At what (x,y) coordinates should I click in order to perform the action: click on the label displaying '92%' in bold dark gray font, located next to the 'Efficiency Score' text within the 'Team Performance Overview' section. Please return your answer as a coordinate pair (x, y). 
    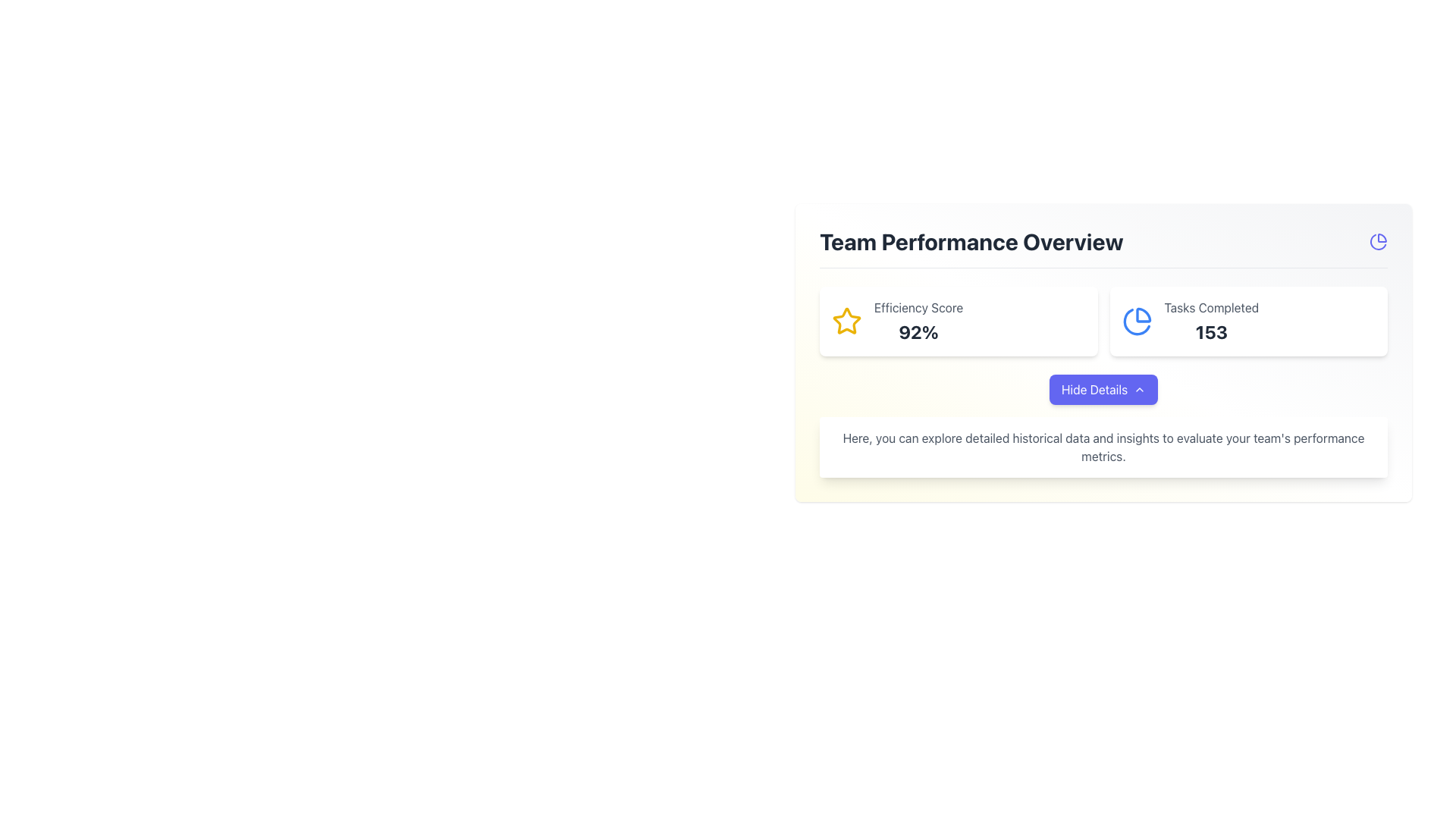
    Looking at the image, I should click on (918, 331).